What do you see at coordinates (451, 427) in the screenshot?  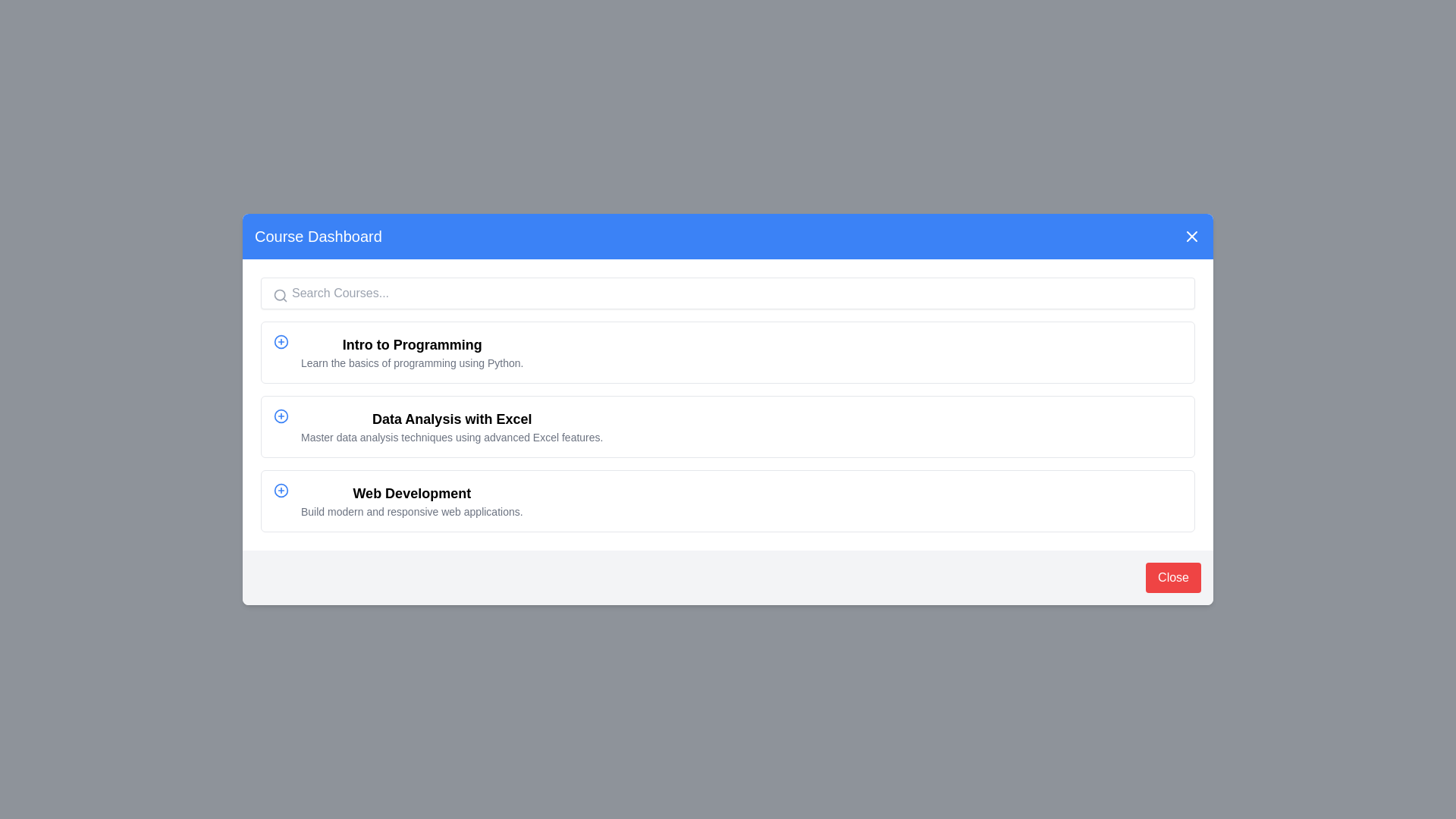 I see `the text component titled 'Data Analysis with Excel' in the course list to get more details about the course` at bounding box center [451, 427].